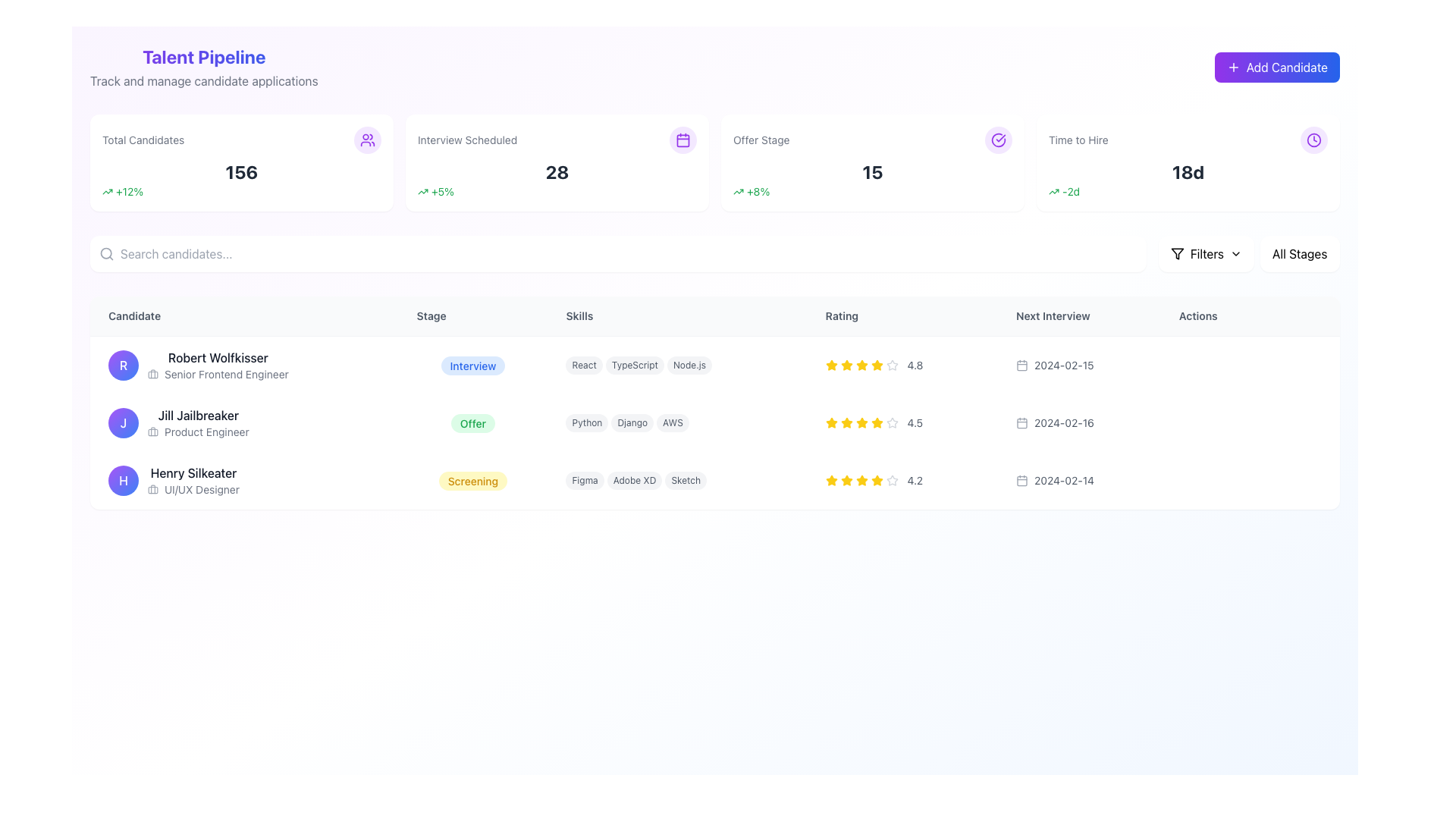 This screenshot has height=819, width=1456. Describe the element at coordinates (201, 489) in the screenshot. I see `the 'UI/UX Designer' label located below 'Henry Silkeater' and next to the briefcase icon in the candidate section of the table` at that location.